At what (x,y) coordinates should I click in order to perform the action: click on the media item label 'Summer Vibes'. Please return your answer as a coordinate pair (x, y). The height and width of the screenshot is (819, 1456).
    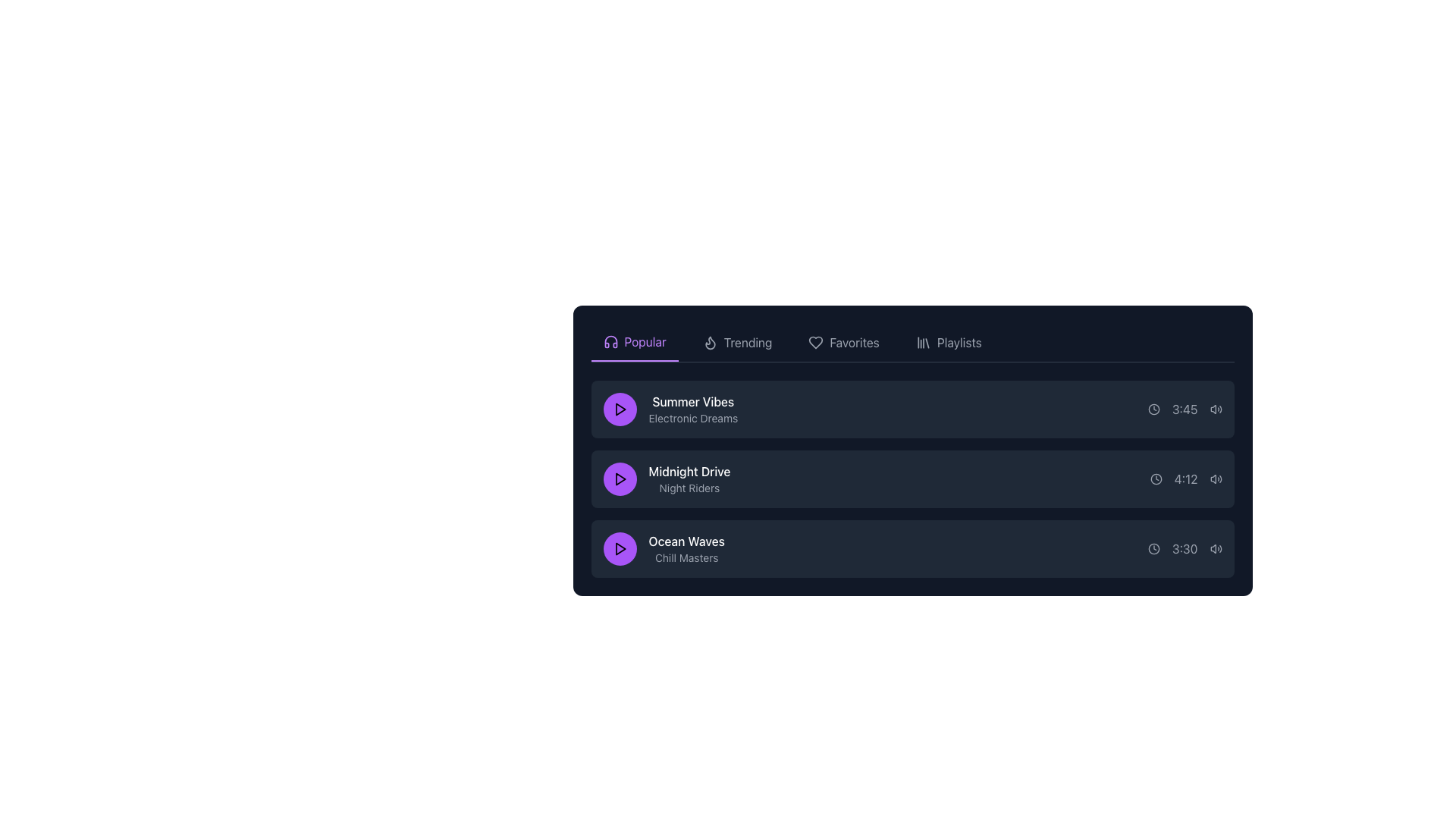
    Looking at the image, I should click on (670, 409).